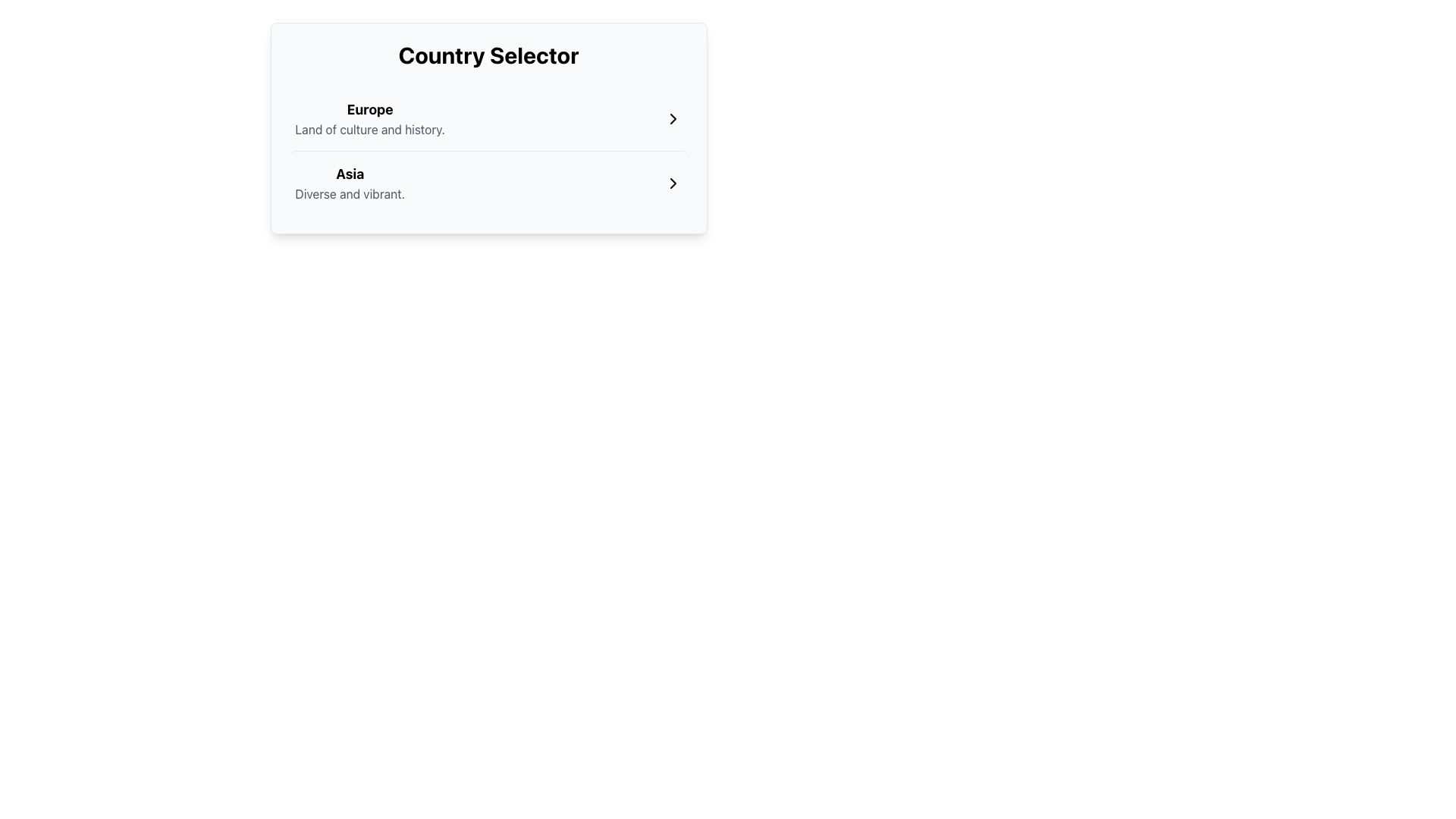  I want to click on text label for the section related to 'Asia', which is positioned as the second item in the list below 'Europe', so click(349, 174).